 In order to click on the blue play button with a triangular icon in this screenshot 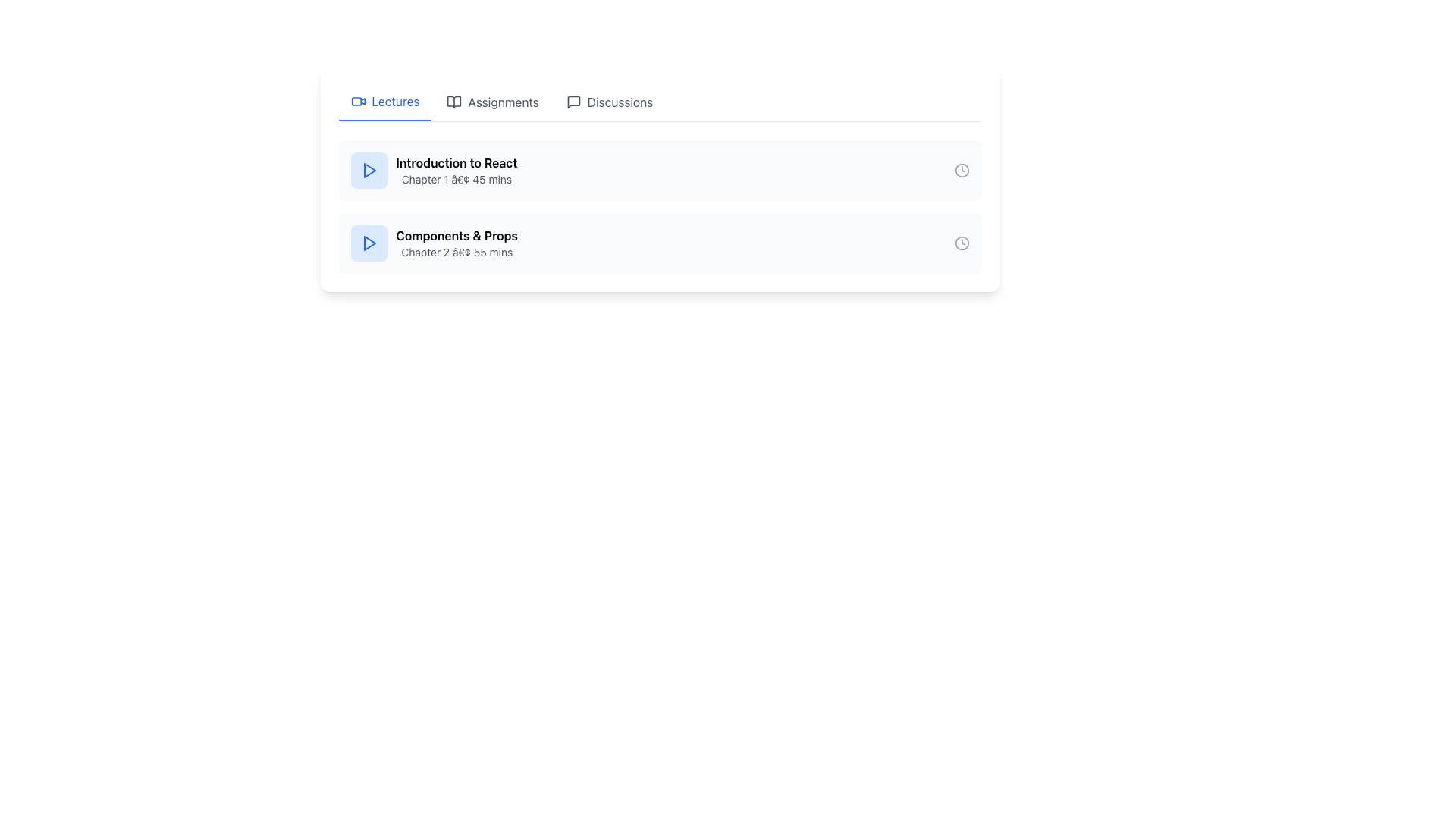, I will do `click(369, 170)`.